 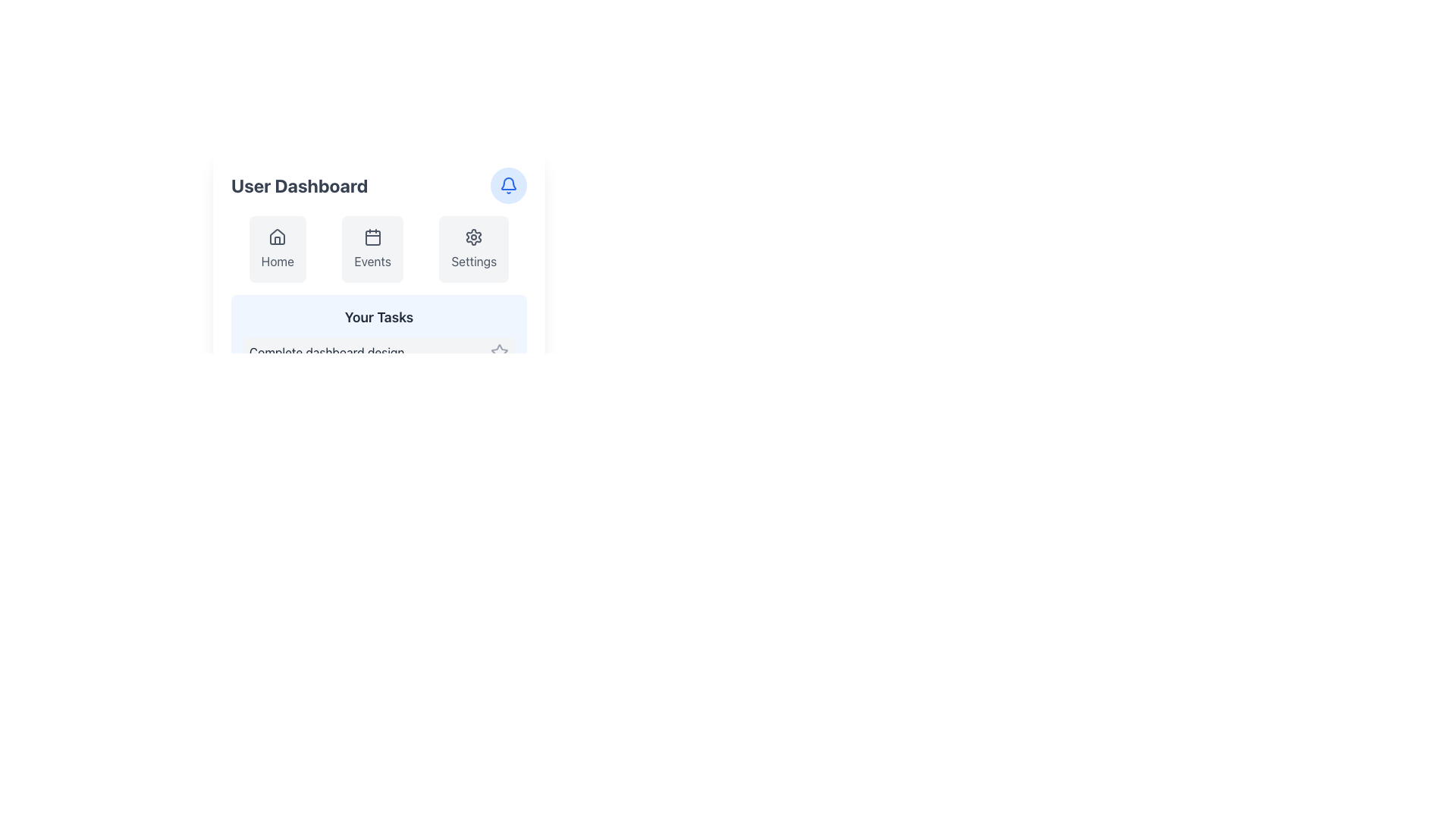 I want to click on the 'Events' section of the Navigation bar, so click(x=378, y=248).